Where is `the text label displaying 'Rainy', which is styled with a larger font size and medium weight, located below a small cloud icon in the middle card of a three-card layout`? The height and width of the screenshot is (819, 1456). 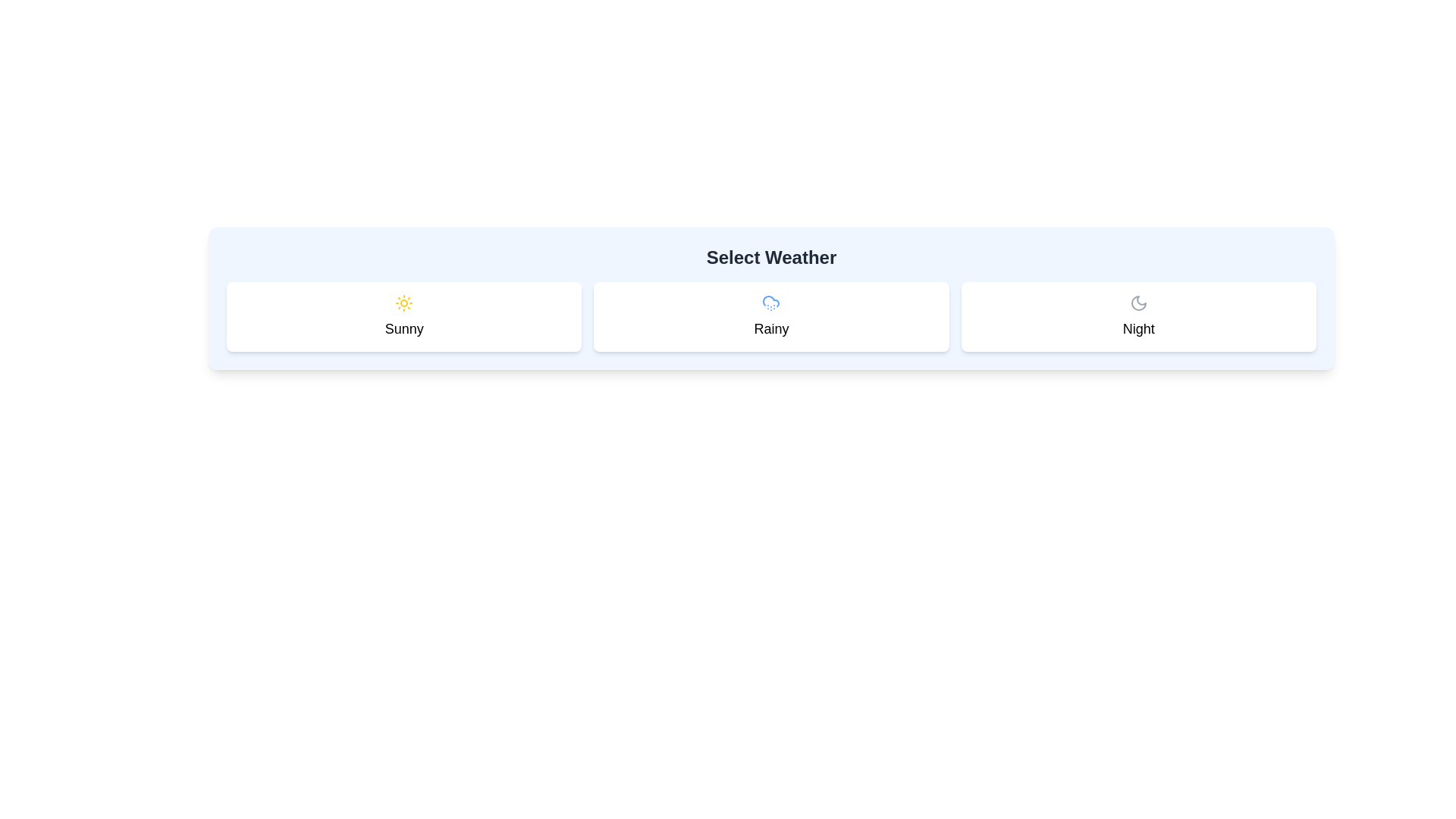
the text label displaying 'Rainy', which is styled with a larger font size and medium weight, located below a small cloud icon in the middle card of a three-card layout is located at coordinates (771, 328).